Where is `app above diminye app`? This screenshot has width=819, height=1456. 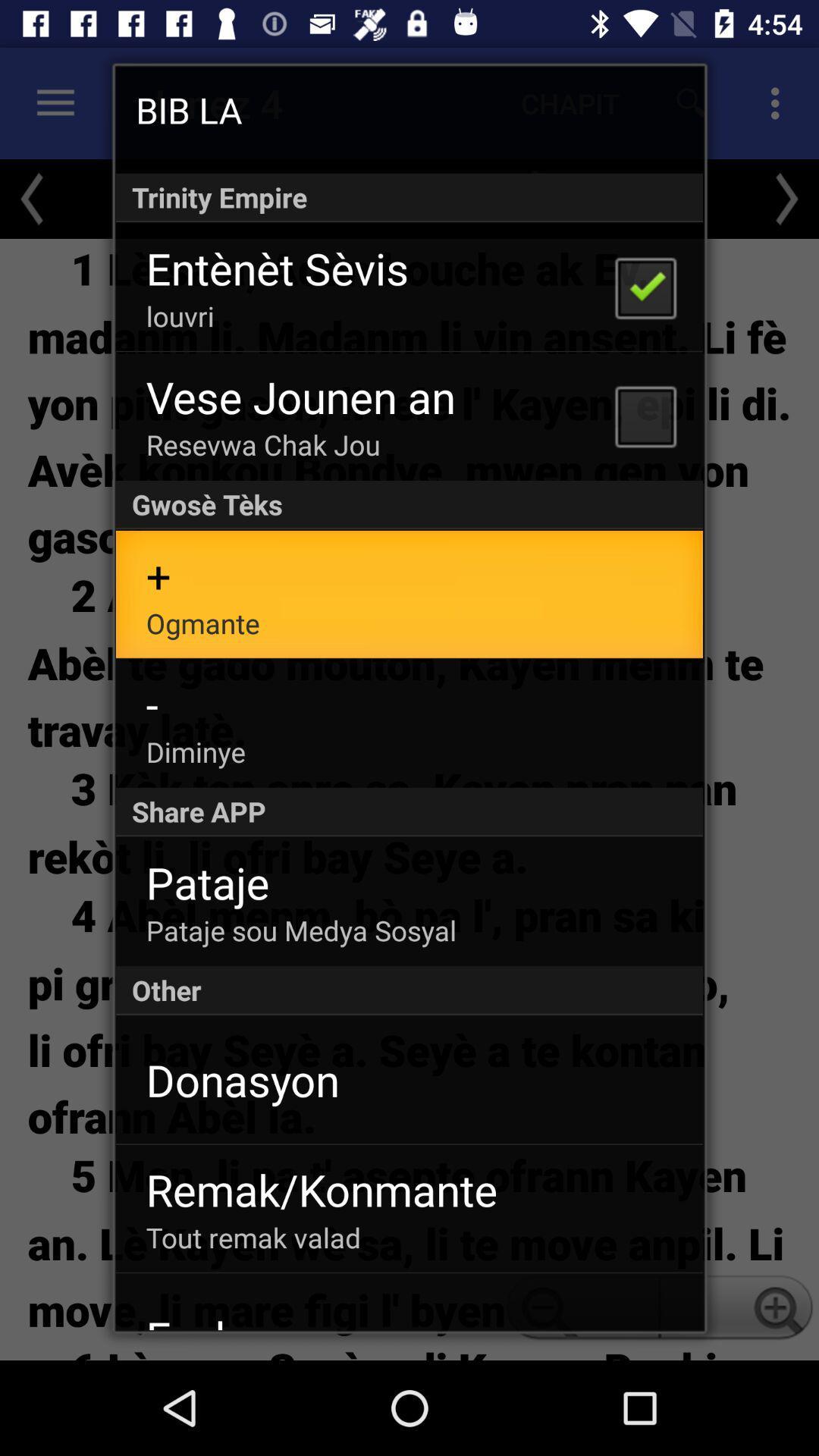
app above diminye app is located at coordinates (152, 703).